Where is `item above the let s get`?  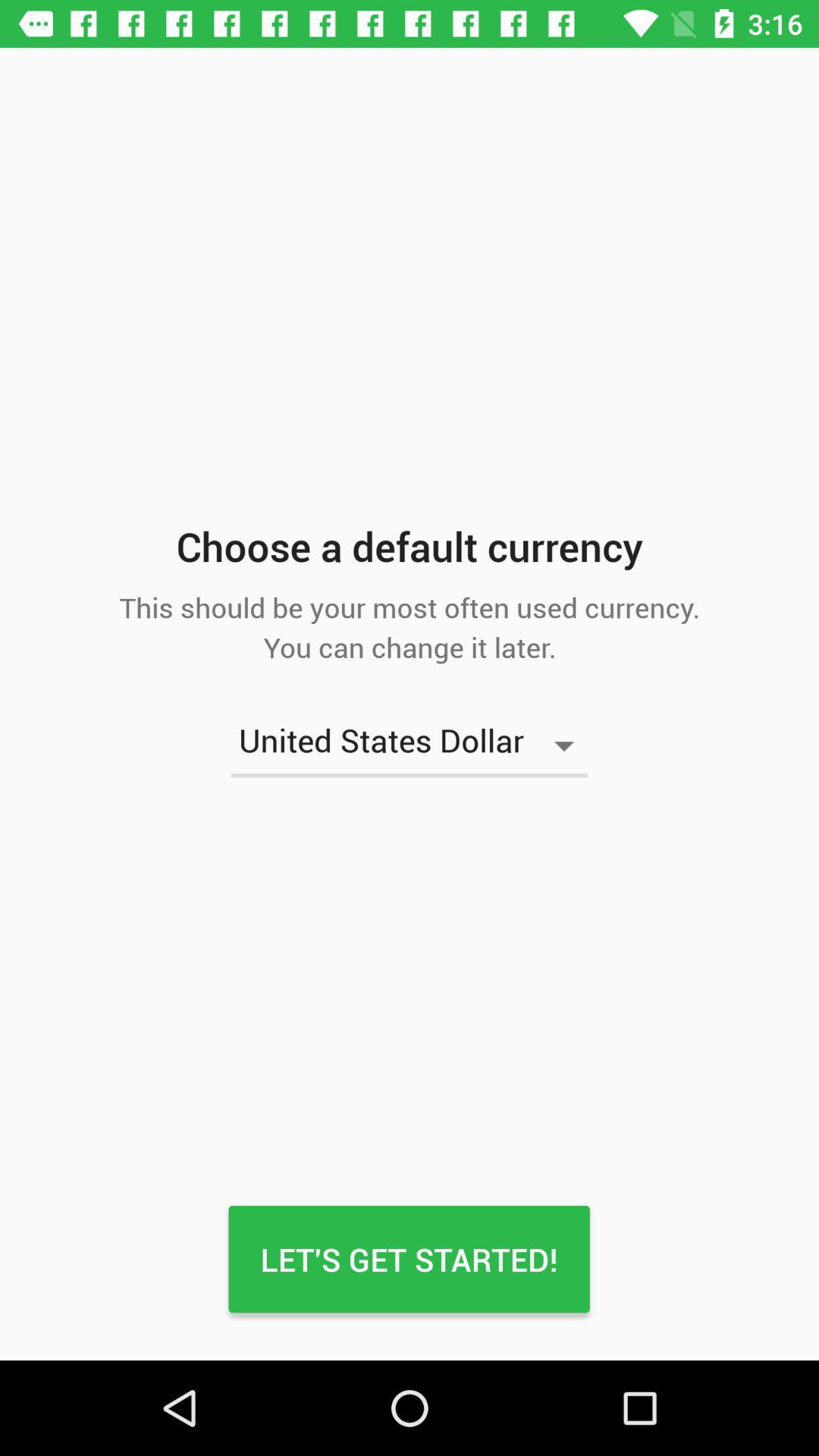
item above the let s get is located at coordinates (409, 745).